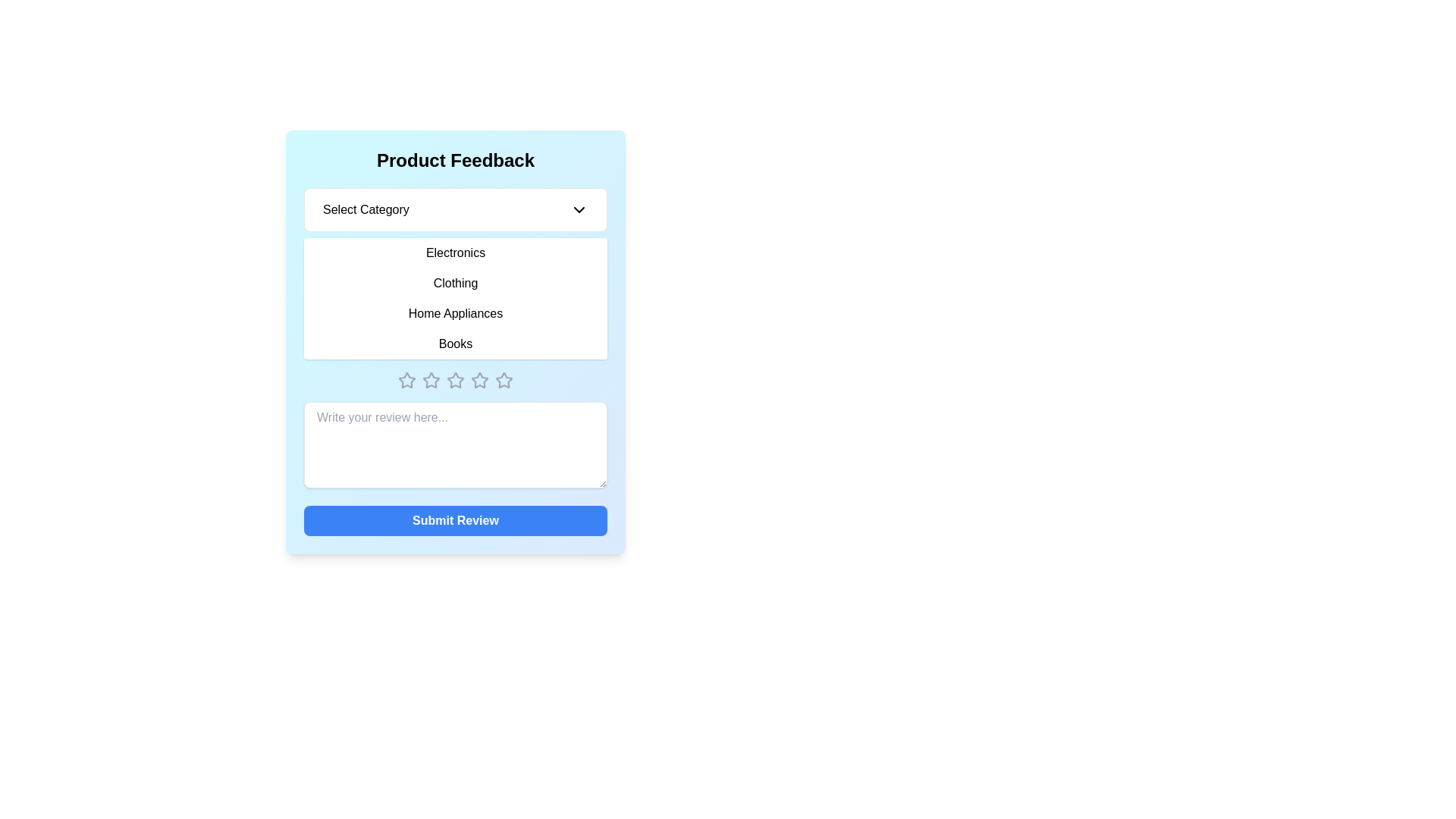  I want to click on the third star-shaped SVG icon in the rating control, so click(454, 379).